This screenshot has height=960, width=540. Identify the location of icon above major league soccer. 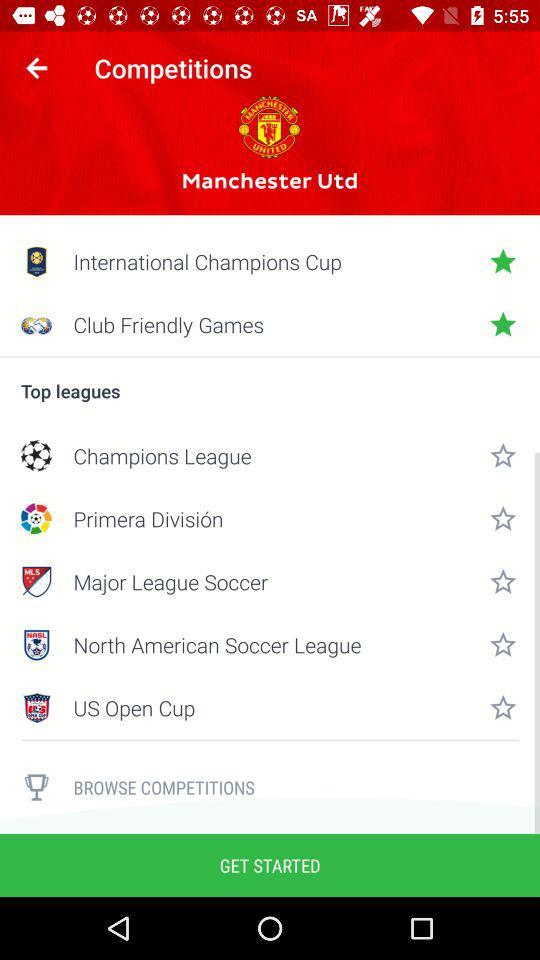
(270, 517).